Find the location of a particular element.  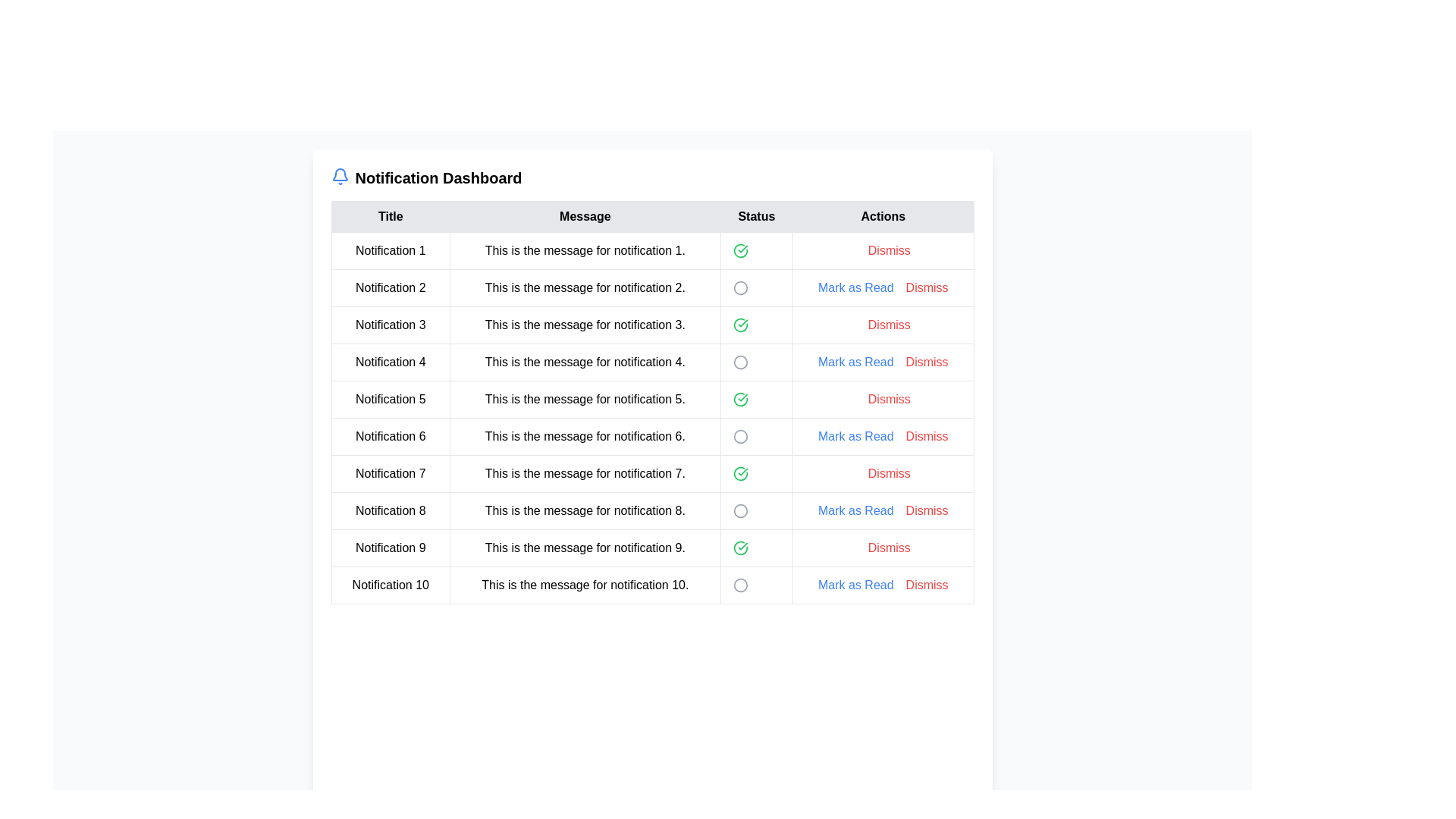

the minimalistic gray SVG circle status indicator in the 'Status' column corresponding to 'Notification 4' is located at coordinates (740, 362).